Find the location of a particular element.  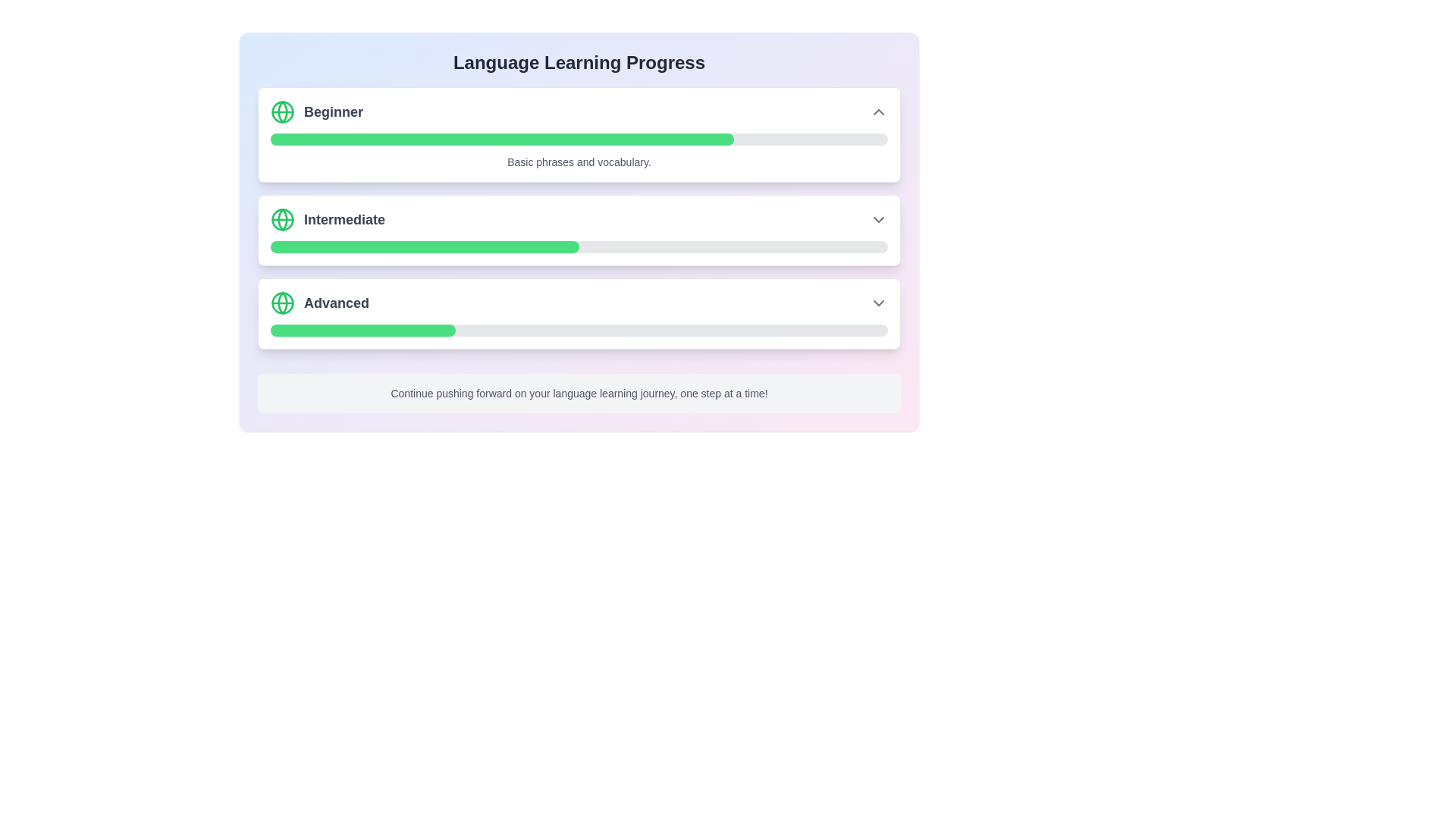

the downward-pointing chevron icon on the far right side of the 'Advanced' section is located at coordinates (878, 303).